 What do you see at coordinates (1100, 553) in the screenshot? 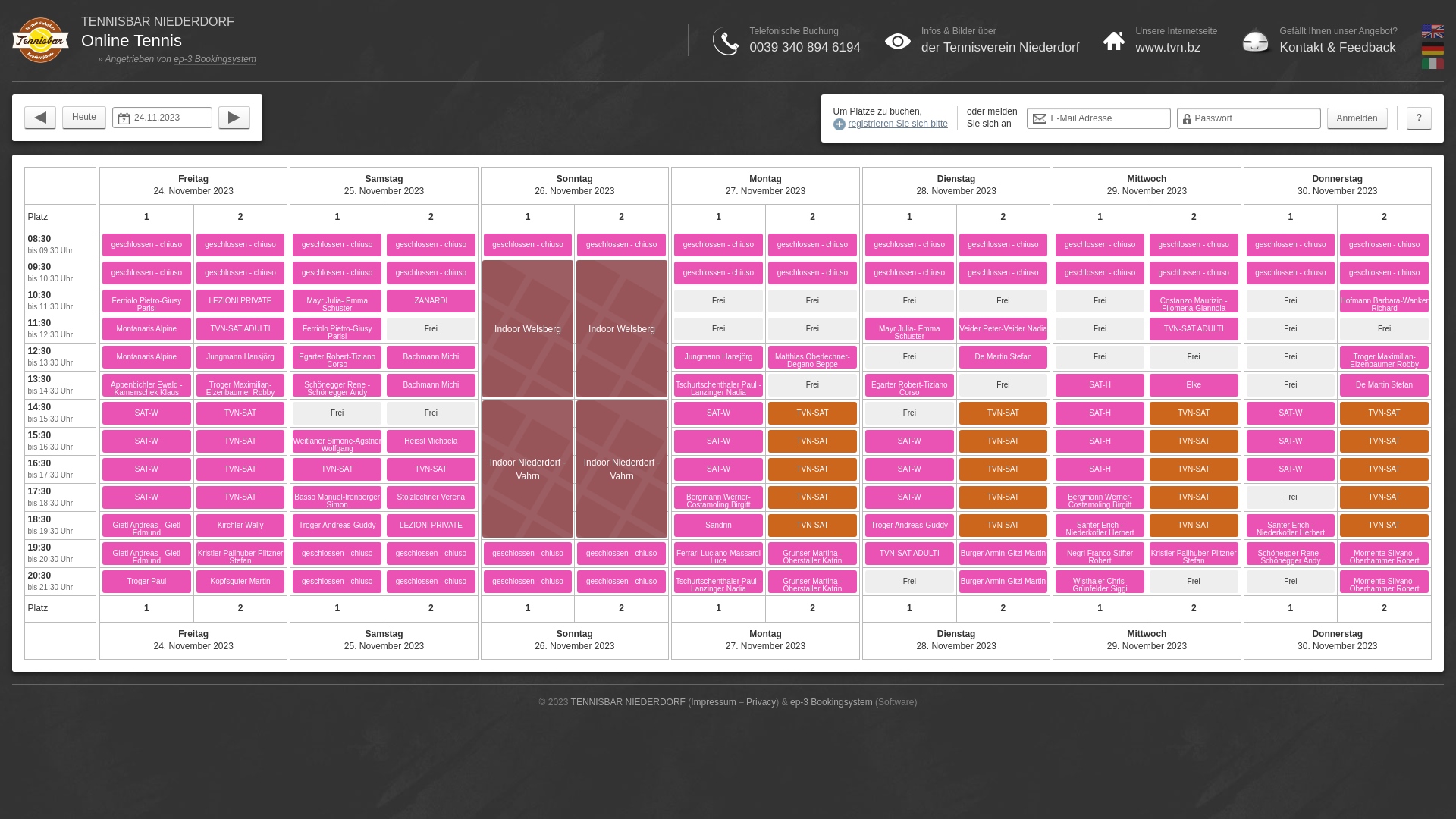
I see `'Negri Franco-Stifter Robert'` at bounding box center [1100, 553].